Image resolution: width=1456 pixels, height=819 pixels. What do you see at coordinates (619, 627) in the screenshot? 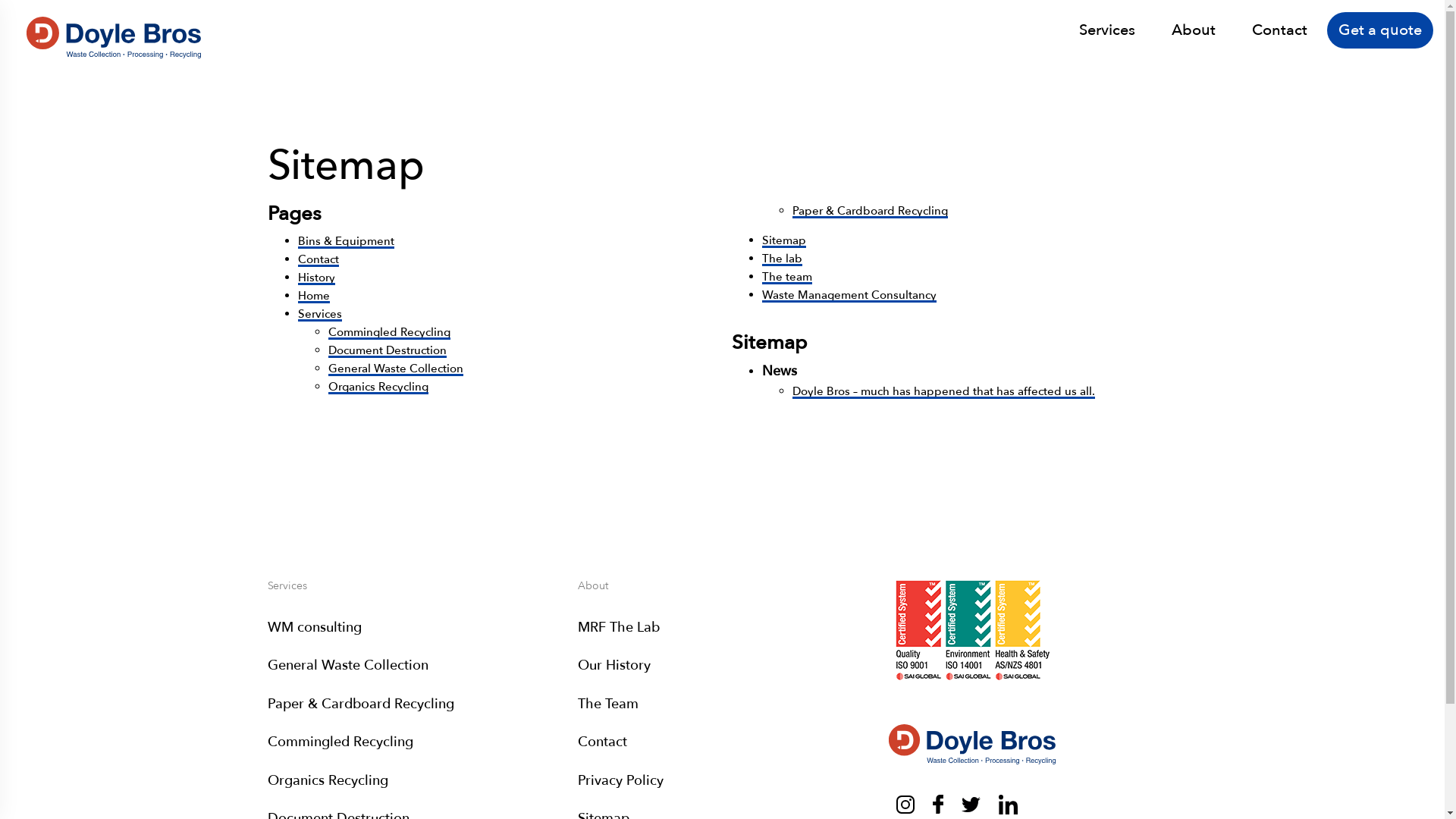
I see `'MRF The Lab'` at bounding box center [619, 627].